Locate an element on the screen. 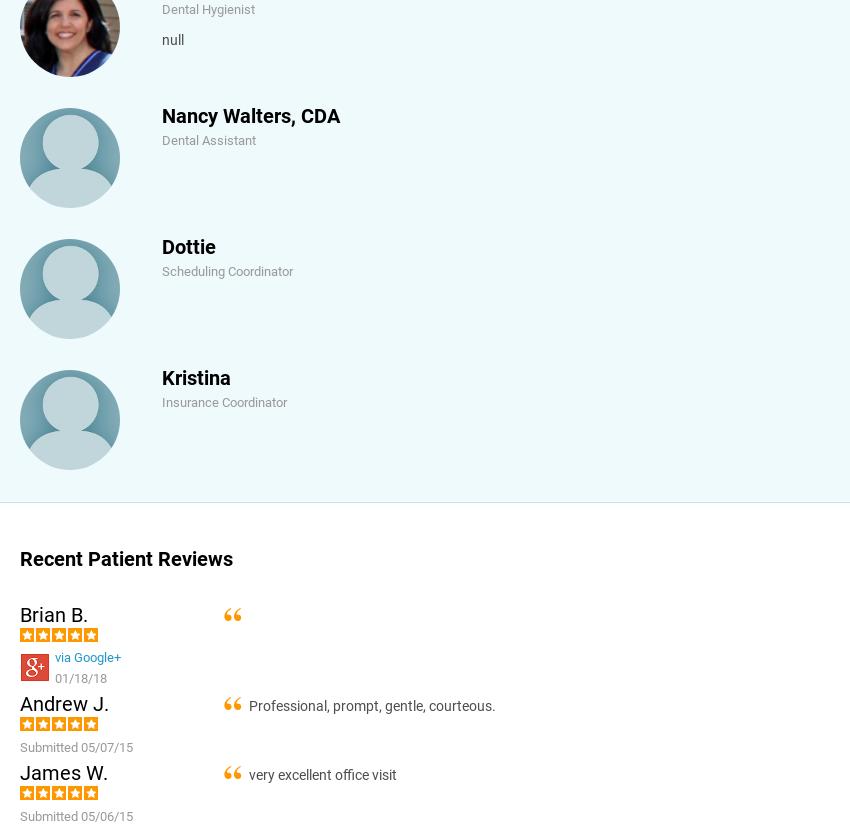 Image resolution: width=850 pixels, height=824 pixels. 'Submitted 05/06/15' is located at coordinates (18, 815).